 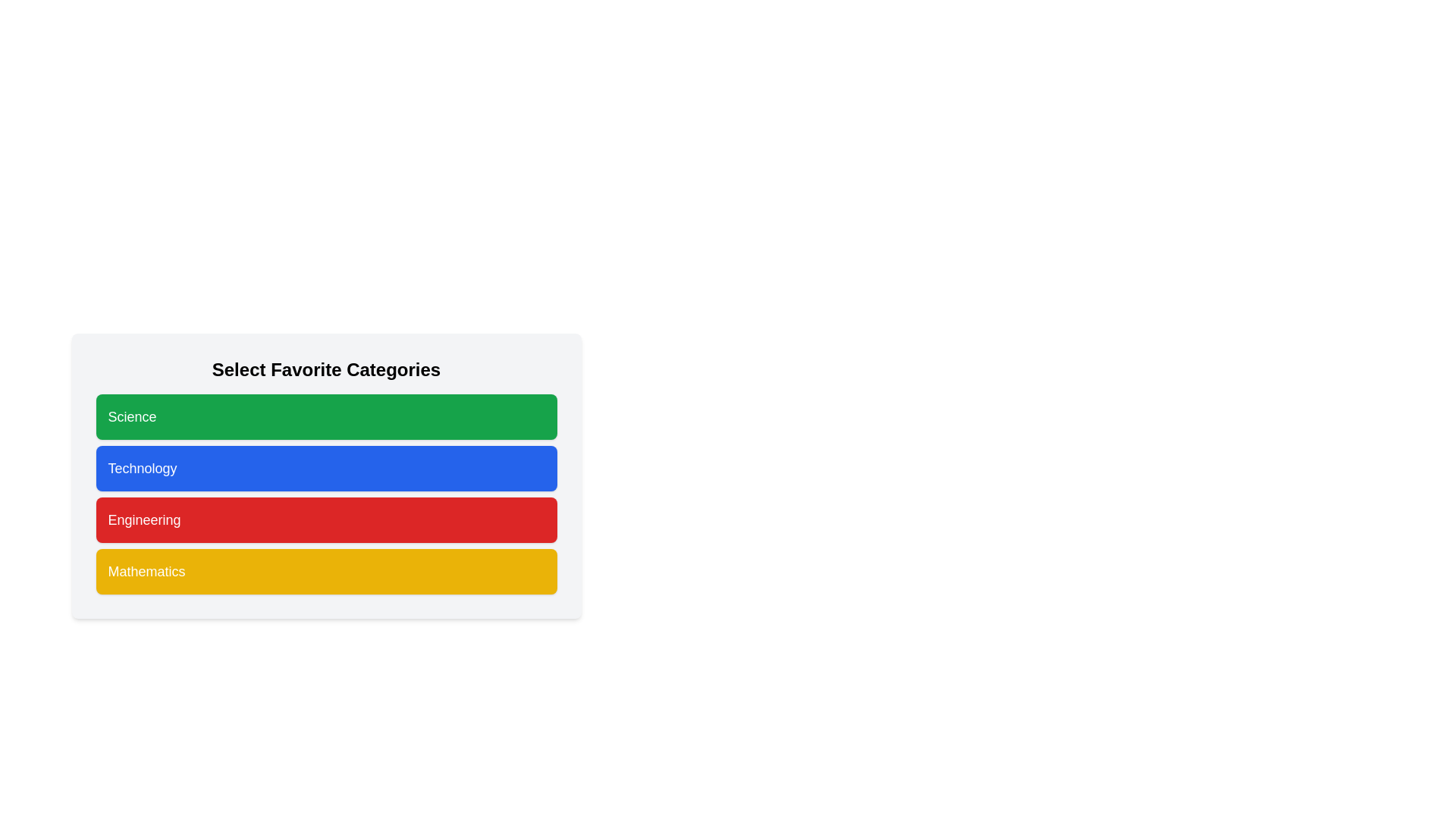 What do you see at coordinates (325, 475) in the screenshot?
I see `the 'Technology' category button, which is the second button in a vertical list of four categories, to observe styling changes` at bounding box center [325, 475].